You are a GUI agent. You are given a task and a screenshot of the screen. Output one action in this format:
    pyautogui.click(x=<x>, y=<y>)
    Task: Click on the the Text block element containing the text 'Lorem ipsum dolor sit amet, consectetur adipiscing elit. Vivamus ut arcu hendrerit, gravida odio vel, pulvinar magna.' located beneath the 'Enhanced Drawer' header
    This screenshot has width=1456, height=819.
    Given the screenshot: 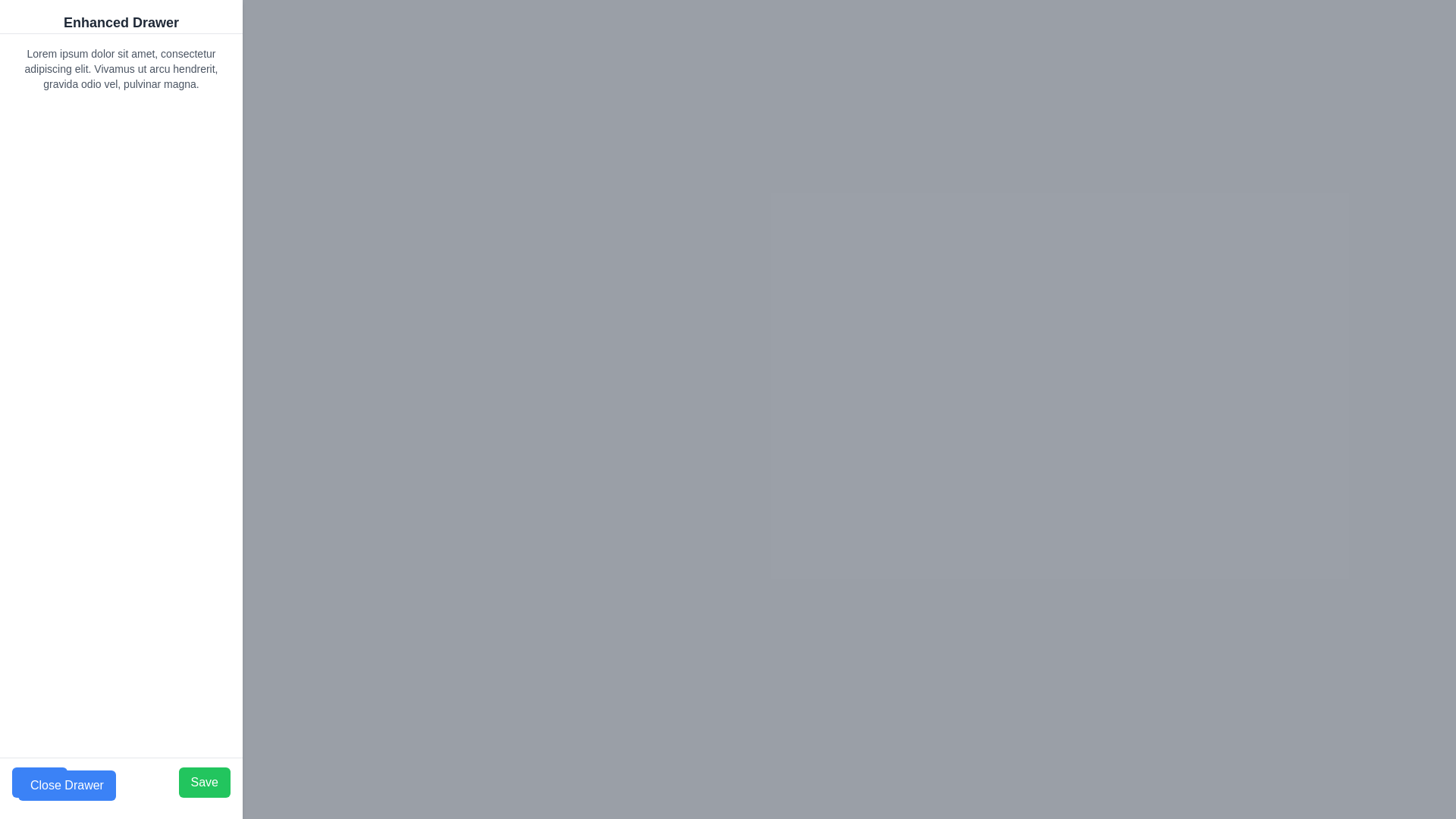 What is the action you would take?
    pyautogui.click(x=120, y=69)
    